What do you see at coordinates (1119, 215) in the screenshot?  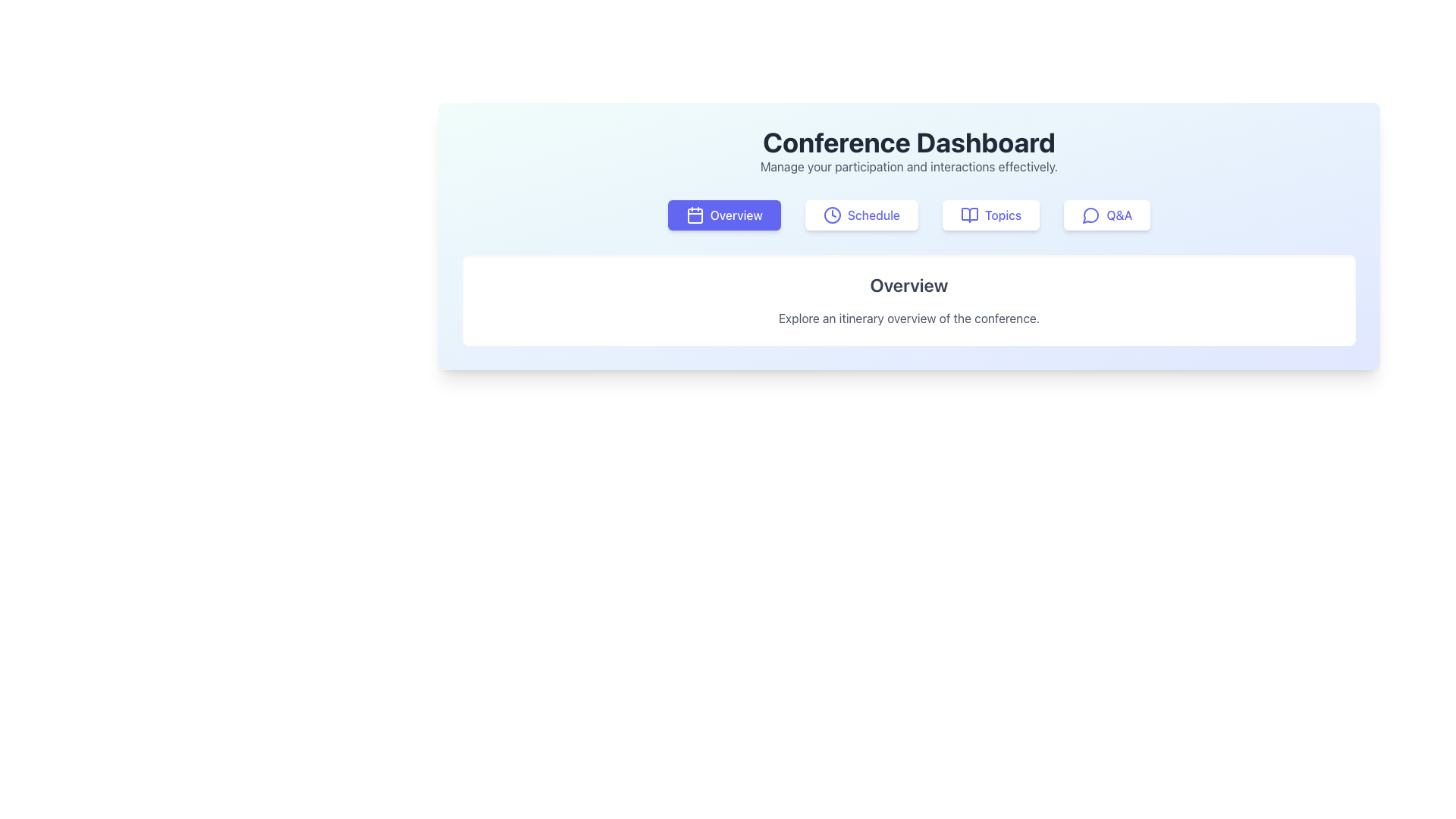 I see `text 'Q&A' displayed in a medium-weight font on a white background, located on the top-right of the navigation section next to a speech bubble icon` at bounding box center [1119, 215].